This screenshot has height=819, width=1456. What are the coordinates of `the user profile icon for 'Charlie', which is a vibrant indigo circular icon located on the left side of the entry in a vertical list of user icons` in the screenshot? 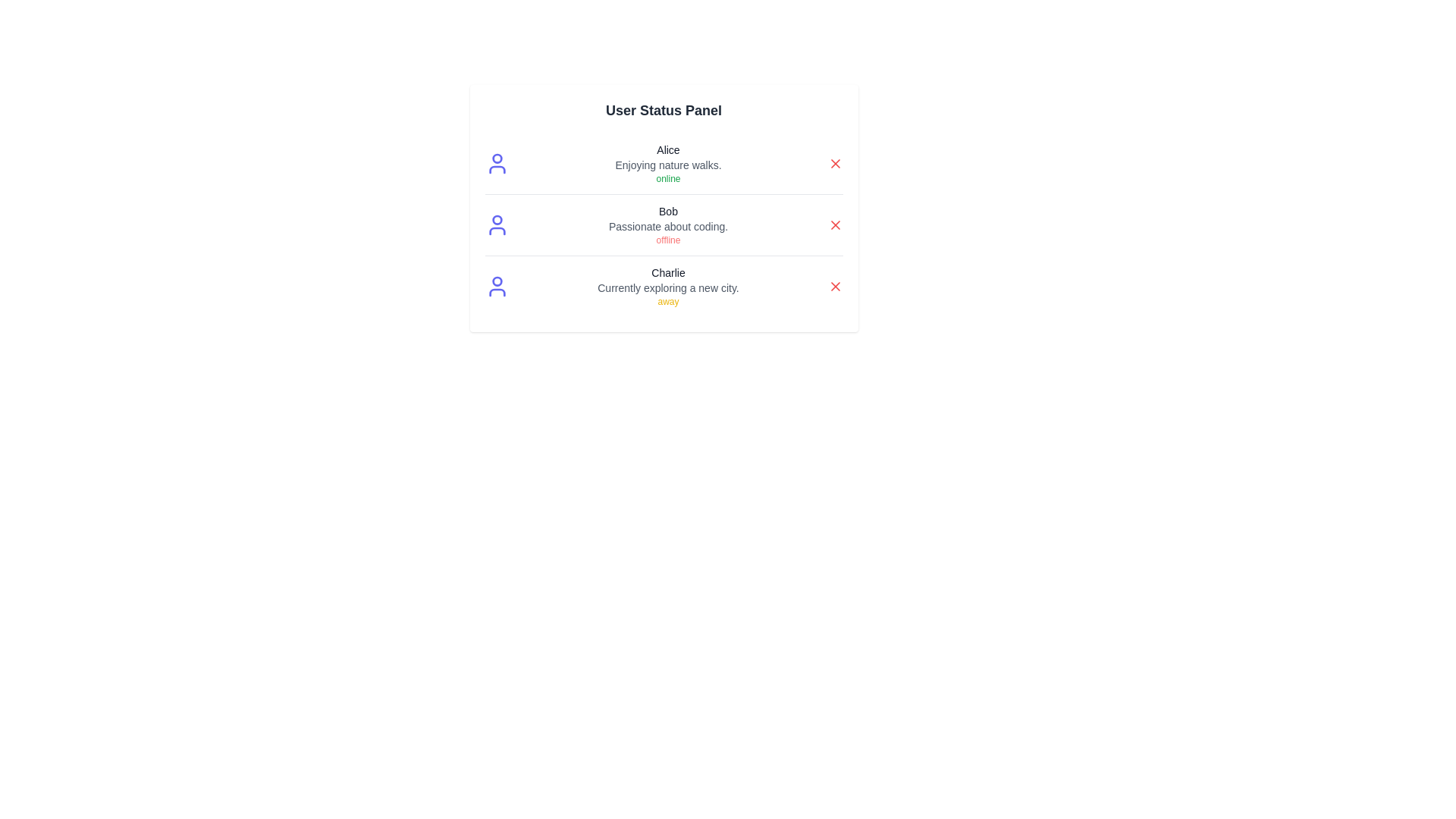 It's located at (497, 287).